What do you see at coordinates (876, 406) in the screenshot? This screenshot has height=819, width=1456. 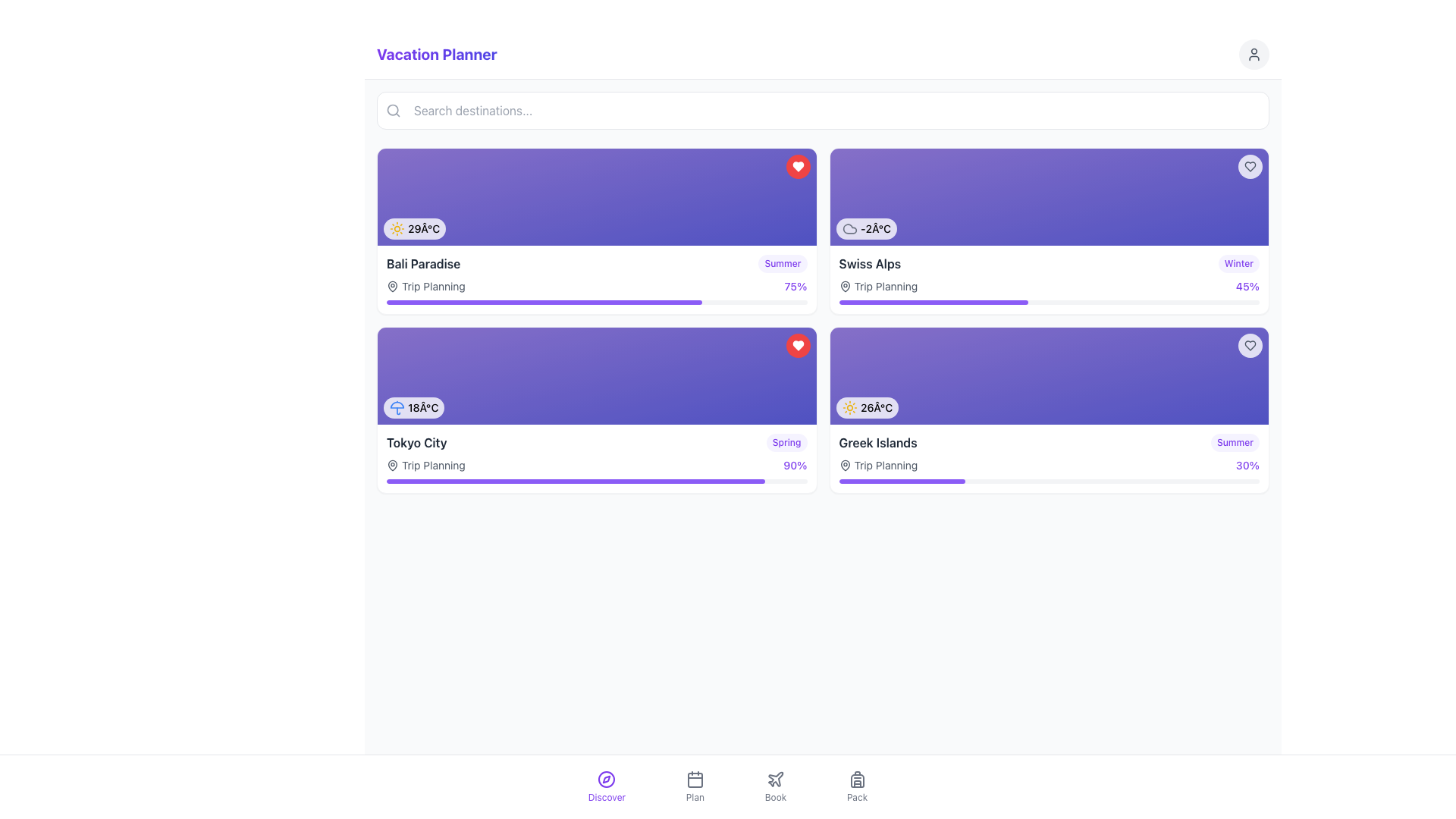 I see `temperature information displayed in the text label showing '26°C' located in the bottom-right block of the destination card for 'Greek Islands'` at bounding box center [876, 406].